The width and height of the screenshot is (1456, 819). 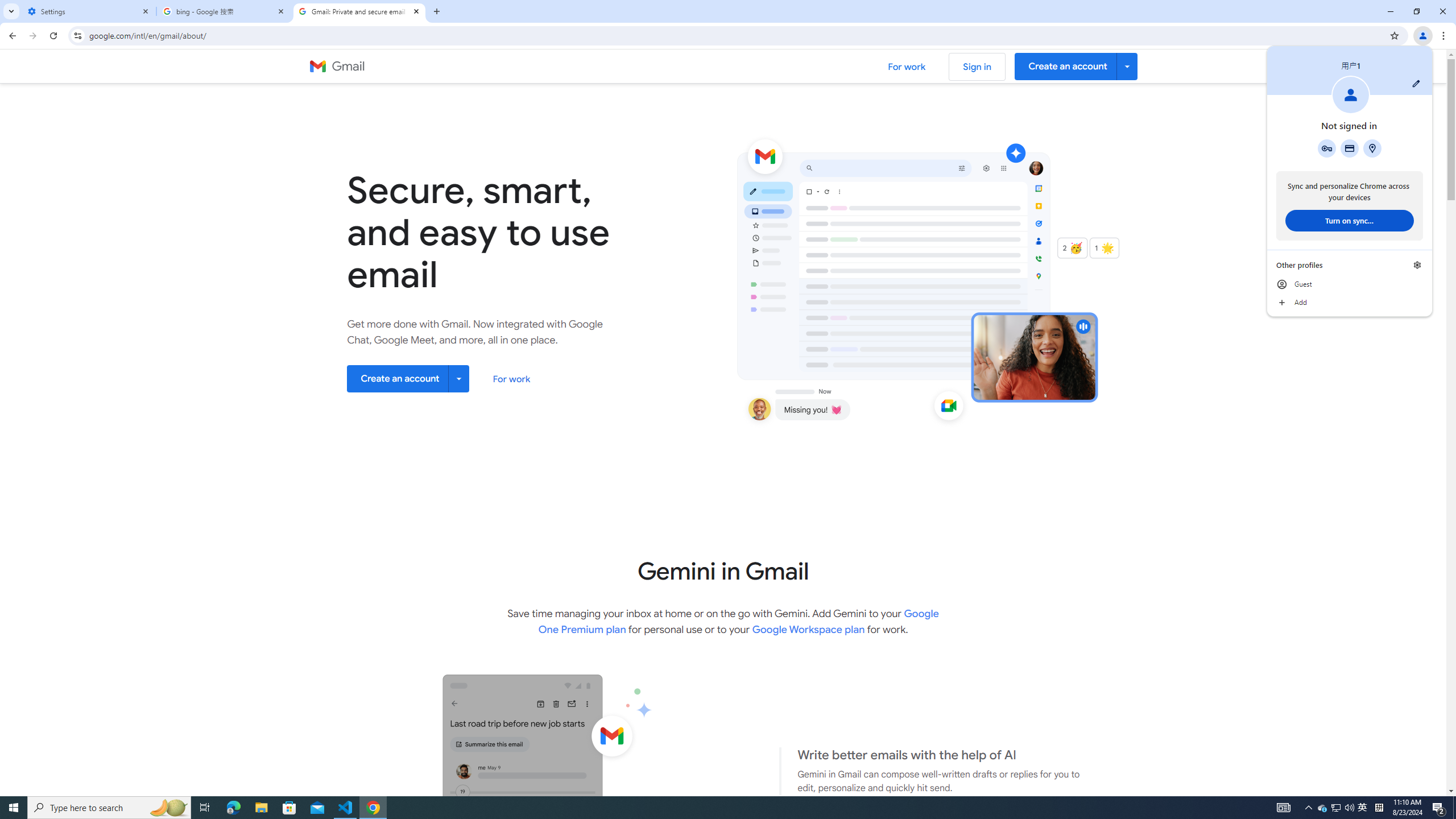 What do you see at coordinates (289, 806) in the screenshot?
I see `'Microsoft Store'` at bounding box center [289, 806].